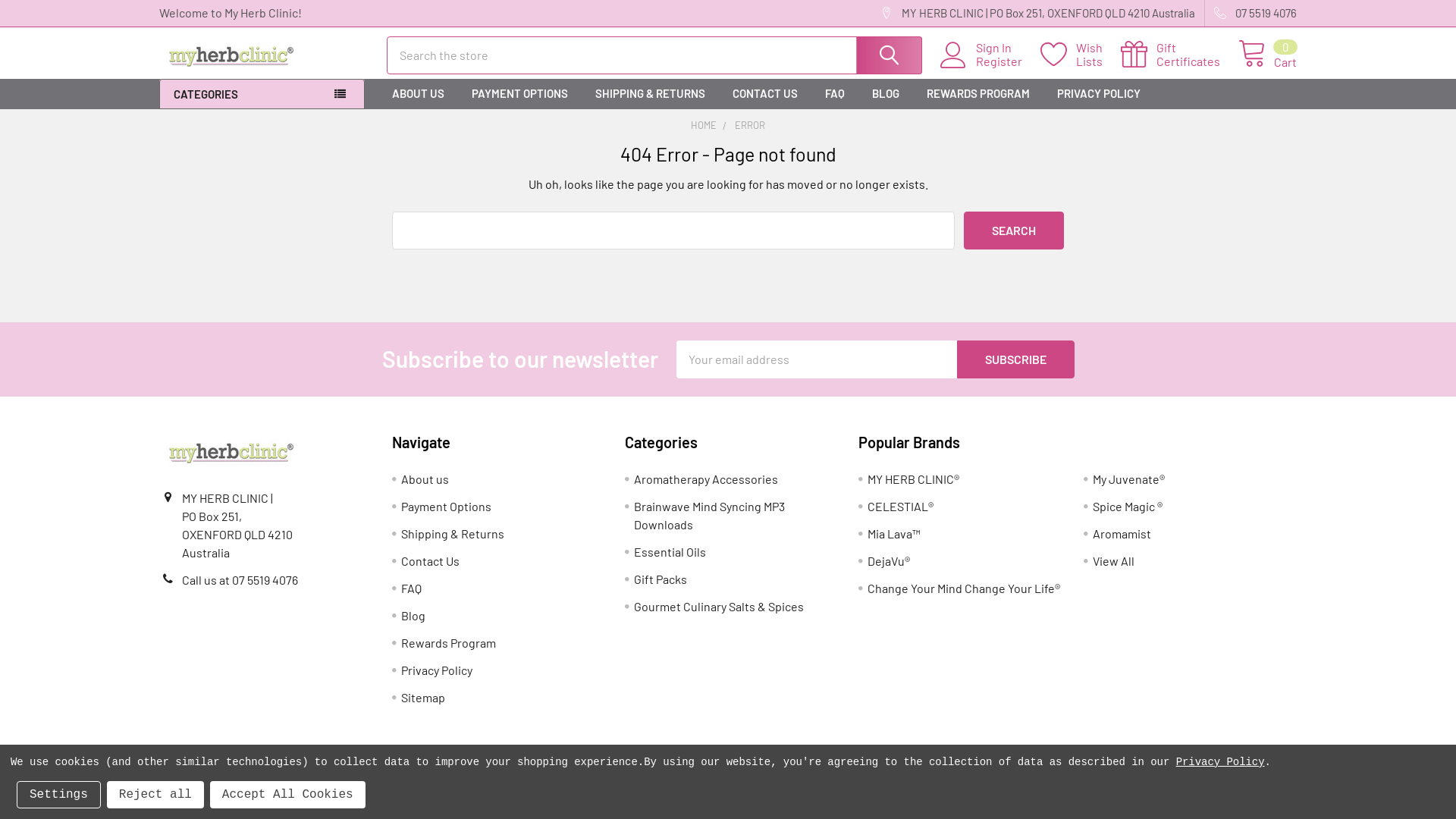 The height and width of the screenshot is (819, 1456). What do you see at coordinates (382, 783) in the screenshot?
I see `'BigCommerce'` at bounding box center [382, 783].